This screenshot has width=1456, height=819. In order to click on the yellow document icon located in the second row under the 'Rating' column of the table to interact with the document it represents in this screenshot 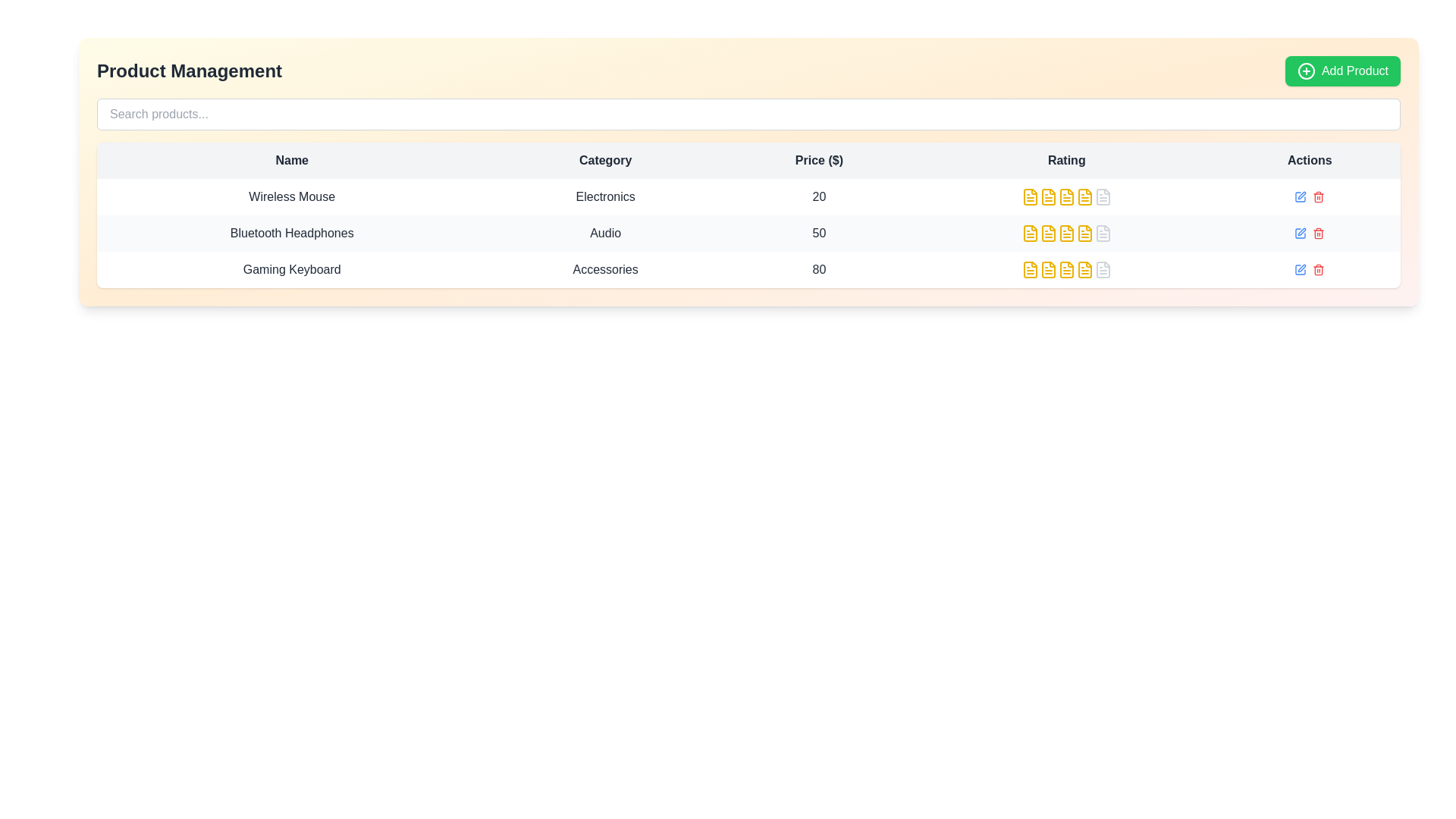, I will do `click(1065, 196)`.